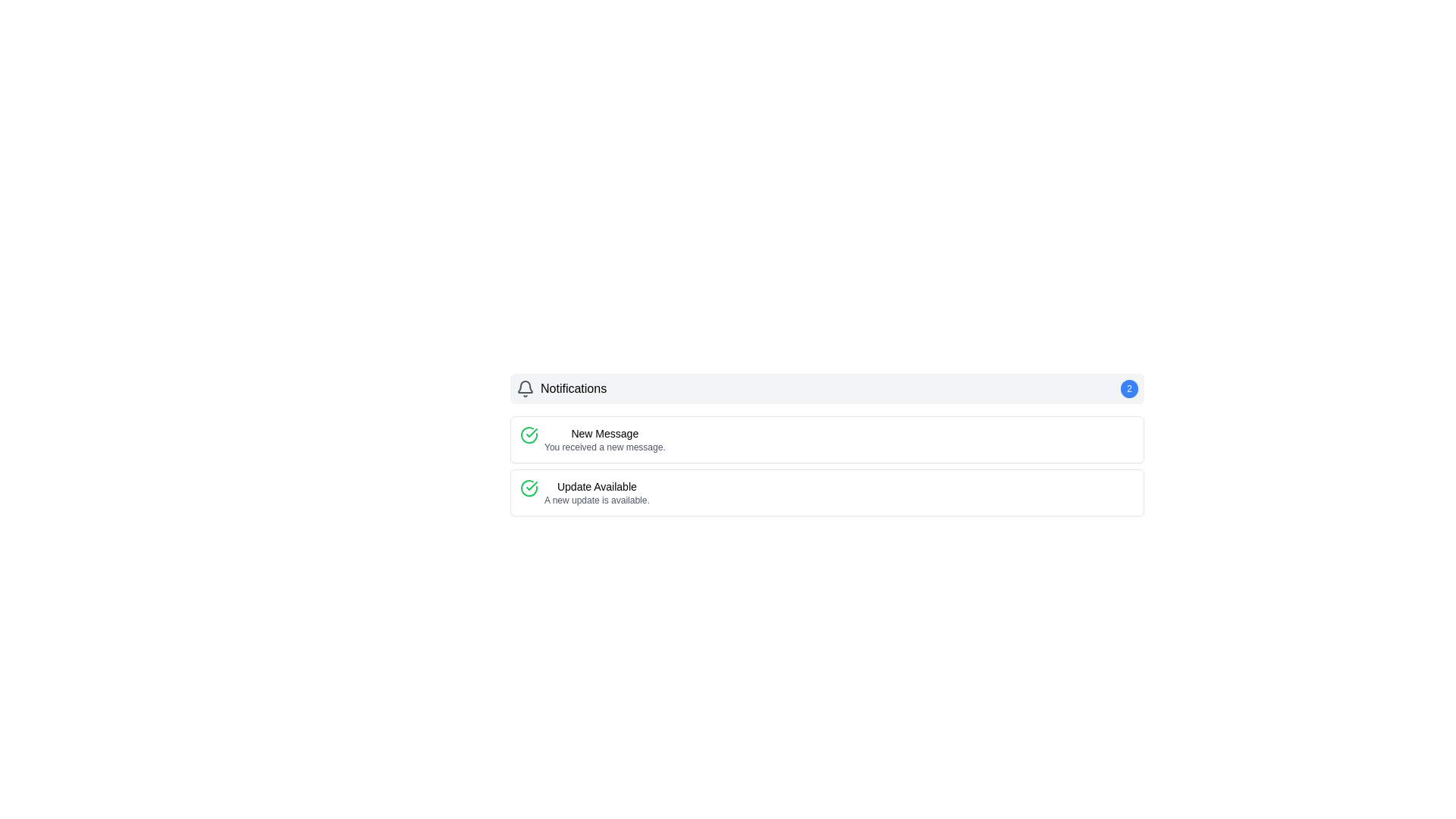 The image size is (1456, 819). Describe the element at coordinates (604, 433) in the screenshot. I see `the text element displaying 'New Message' in bold, located at the top of the notification box` at that location.